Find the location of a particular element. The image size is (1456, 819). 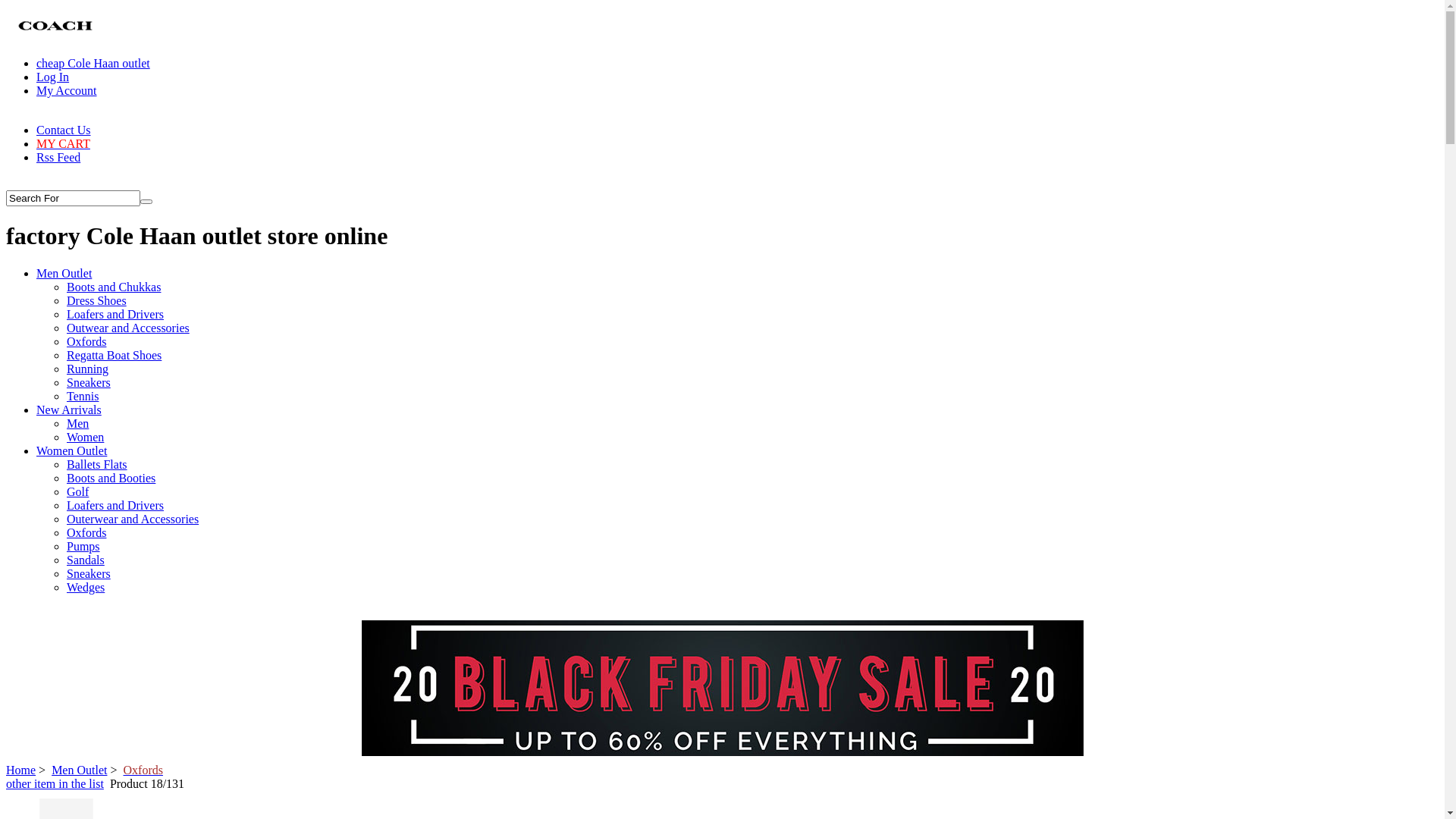

'Contact Us' is located at coordinates (36, 129).